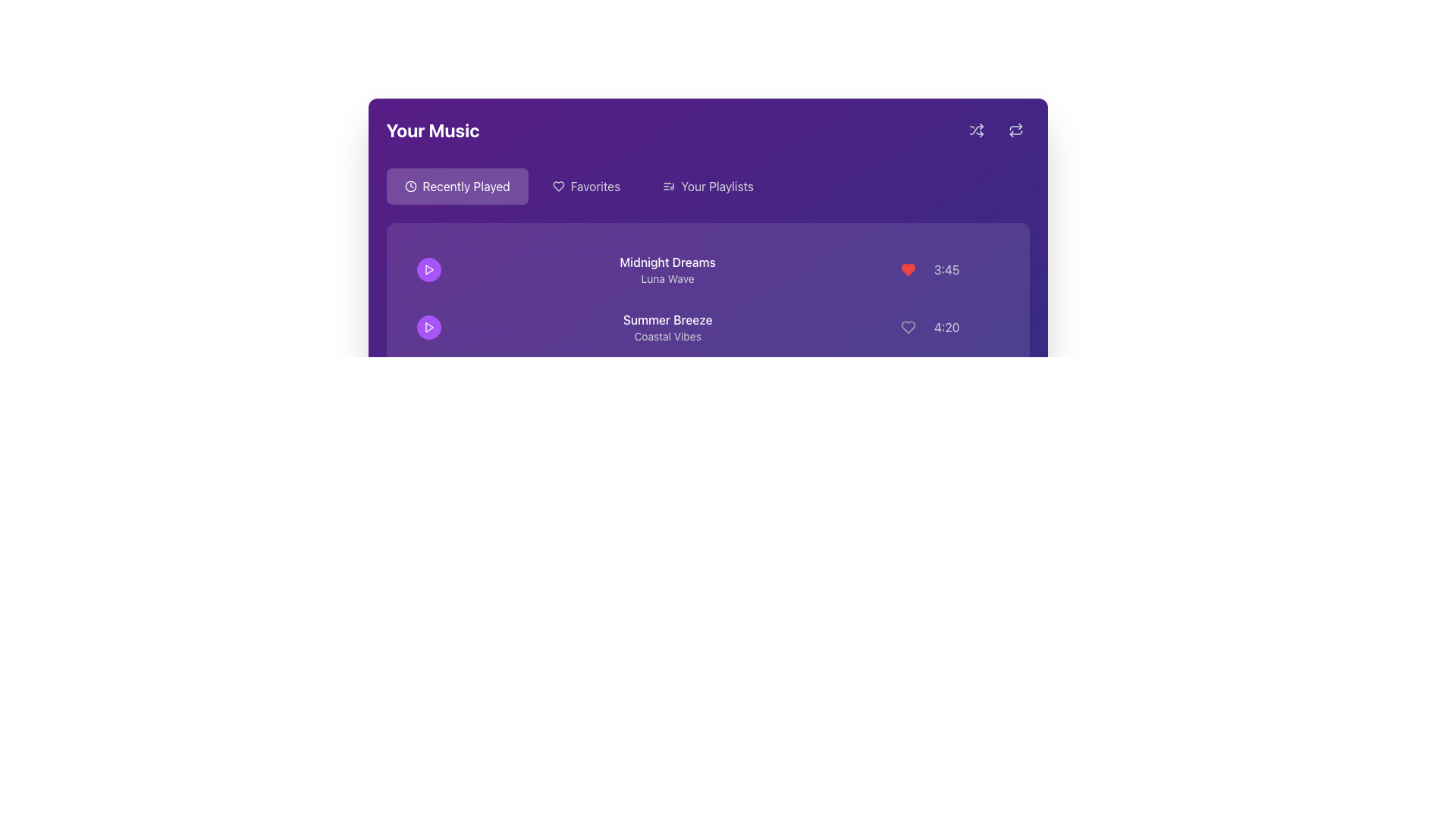  What do you see at coordinates (667, 318) in the screenshot?
I see `text label that serves as the title for the music track positioned below 'Midnight Dreams' and above 'Coastal Vibes'` at bounding box center [667, 318].